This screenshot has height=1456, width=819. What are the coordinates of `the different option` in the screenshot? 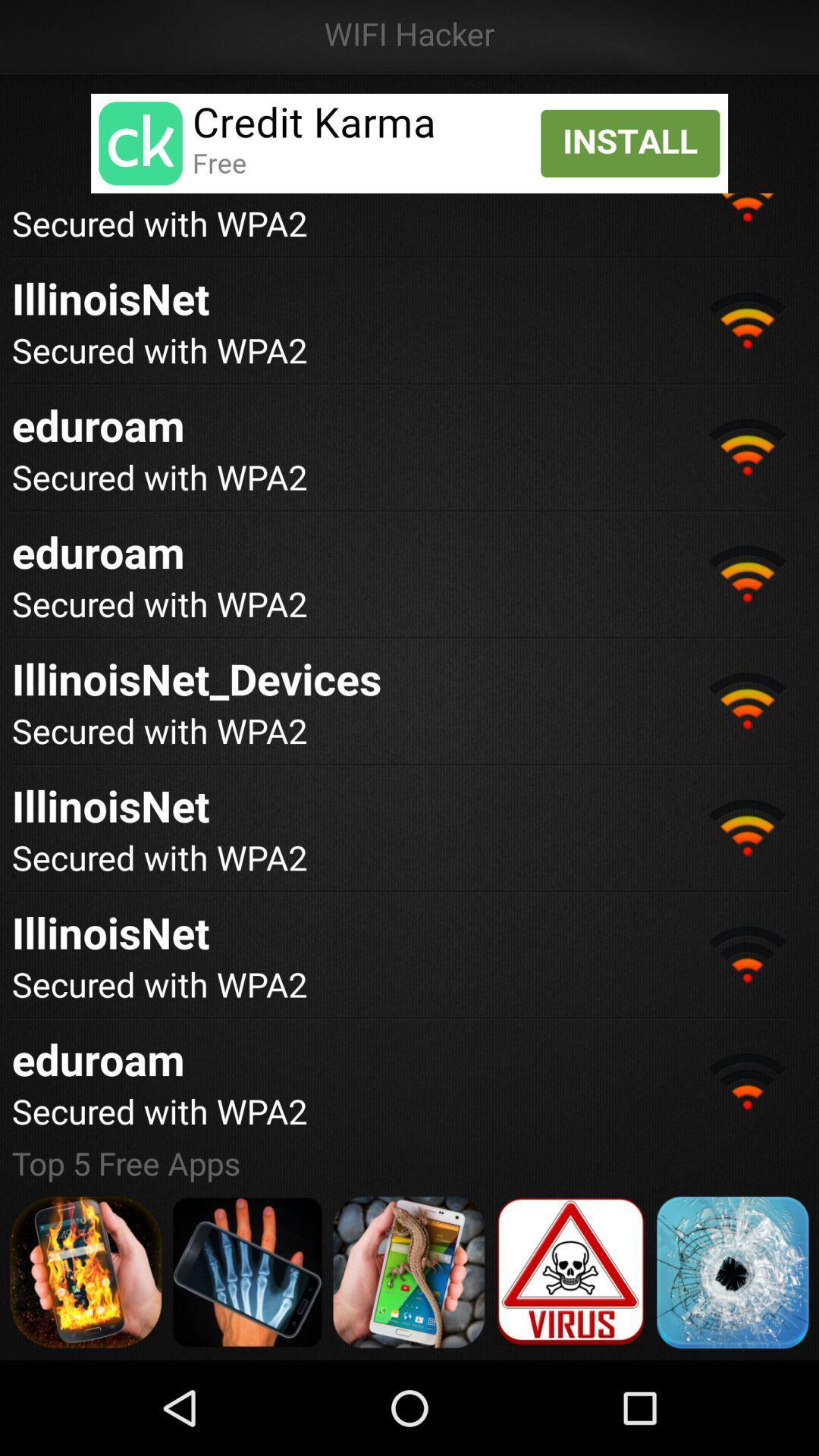 It's located at (408, 1272).